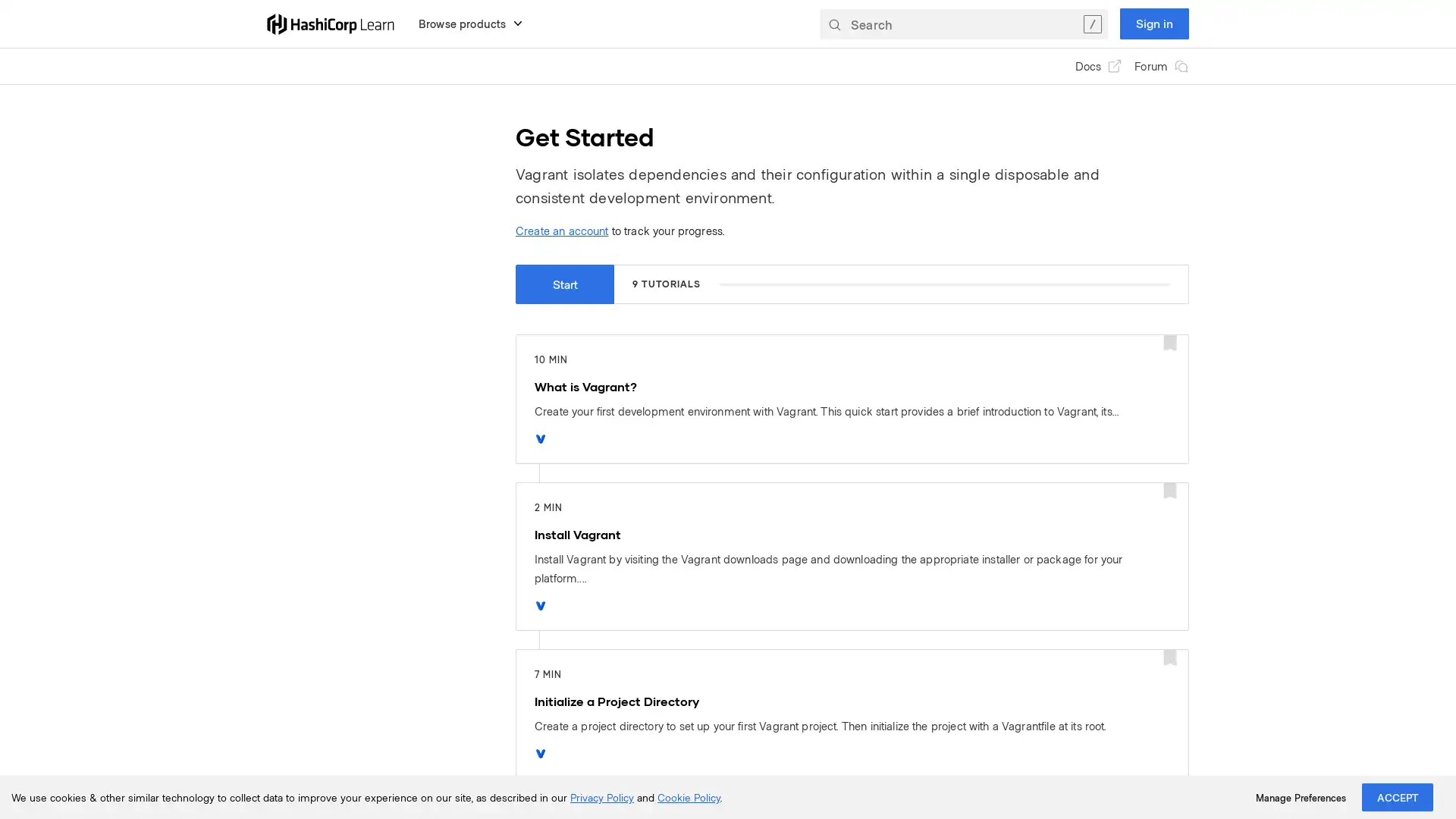 The image size is (1456, 819). I want to click on Sign in, so click(1153, 23).